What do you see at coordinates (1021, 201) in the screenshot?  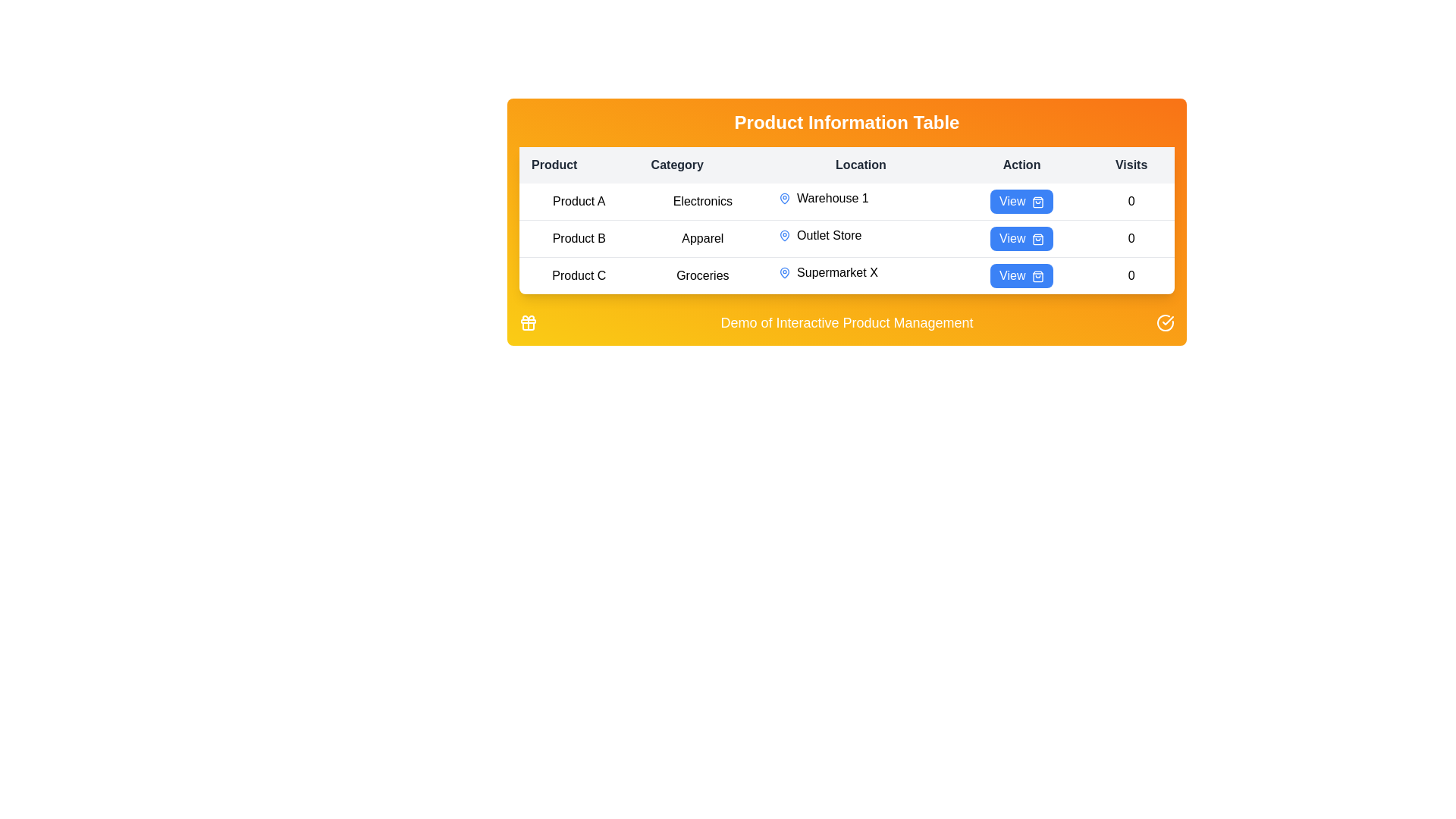 I see `the blue rectangular button labeled 'View' with a shopping bag icon to observe style changes` at bounding box center [1021, 201].